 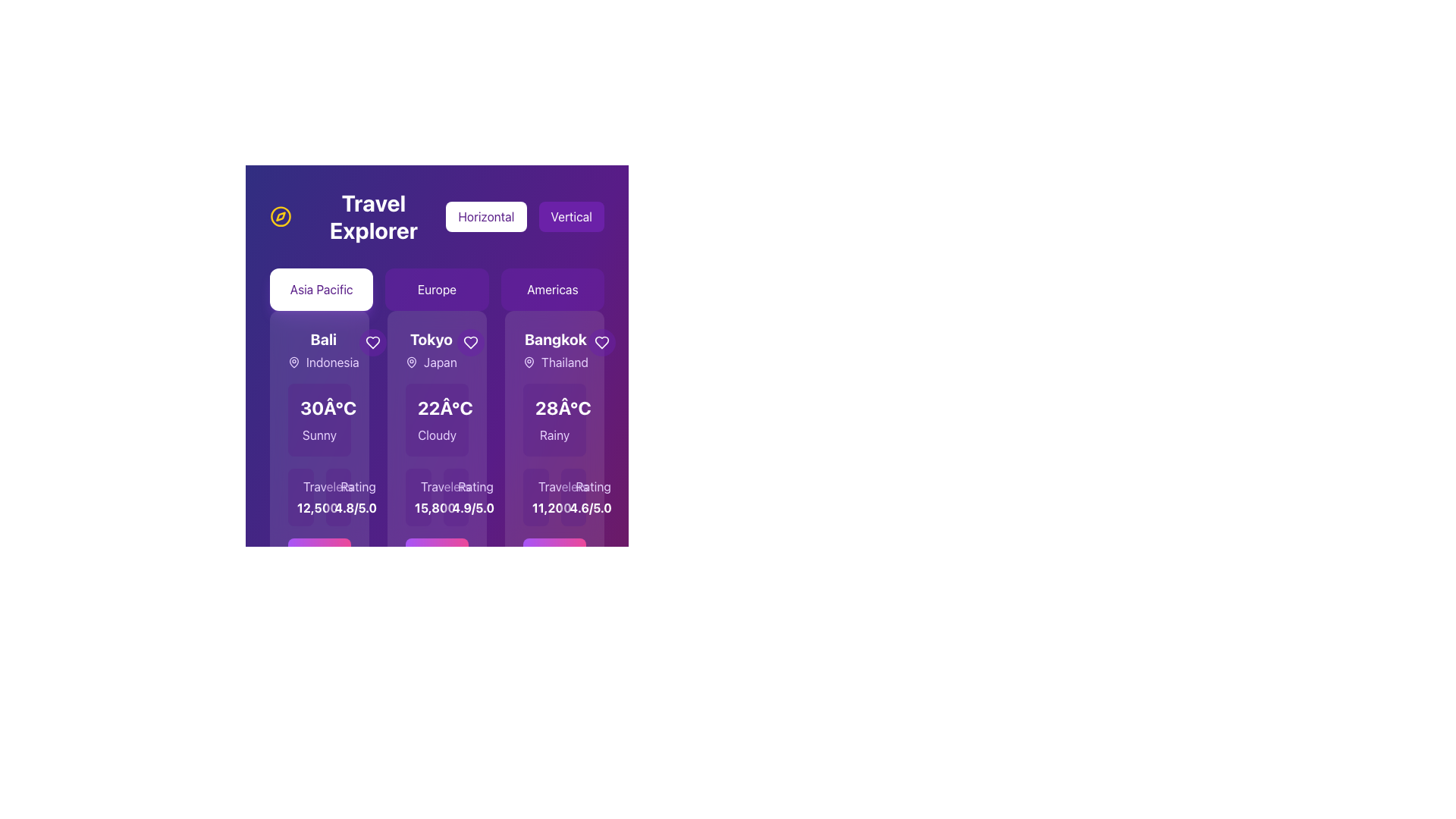 What do you see at coordinates (300, 497) in the screenshot?
I see `text content of the Text display showing '12,500' in bold white font, located inside the first card of the 'Asia Pacific' section, below the text 'Travelers'` at bounding box center [300, 497].